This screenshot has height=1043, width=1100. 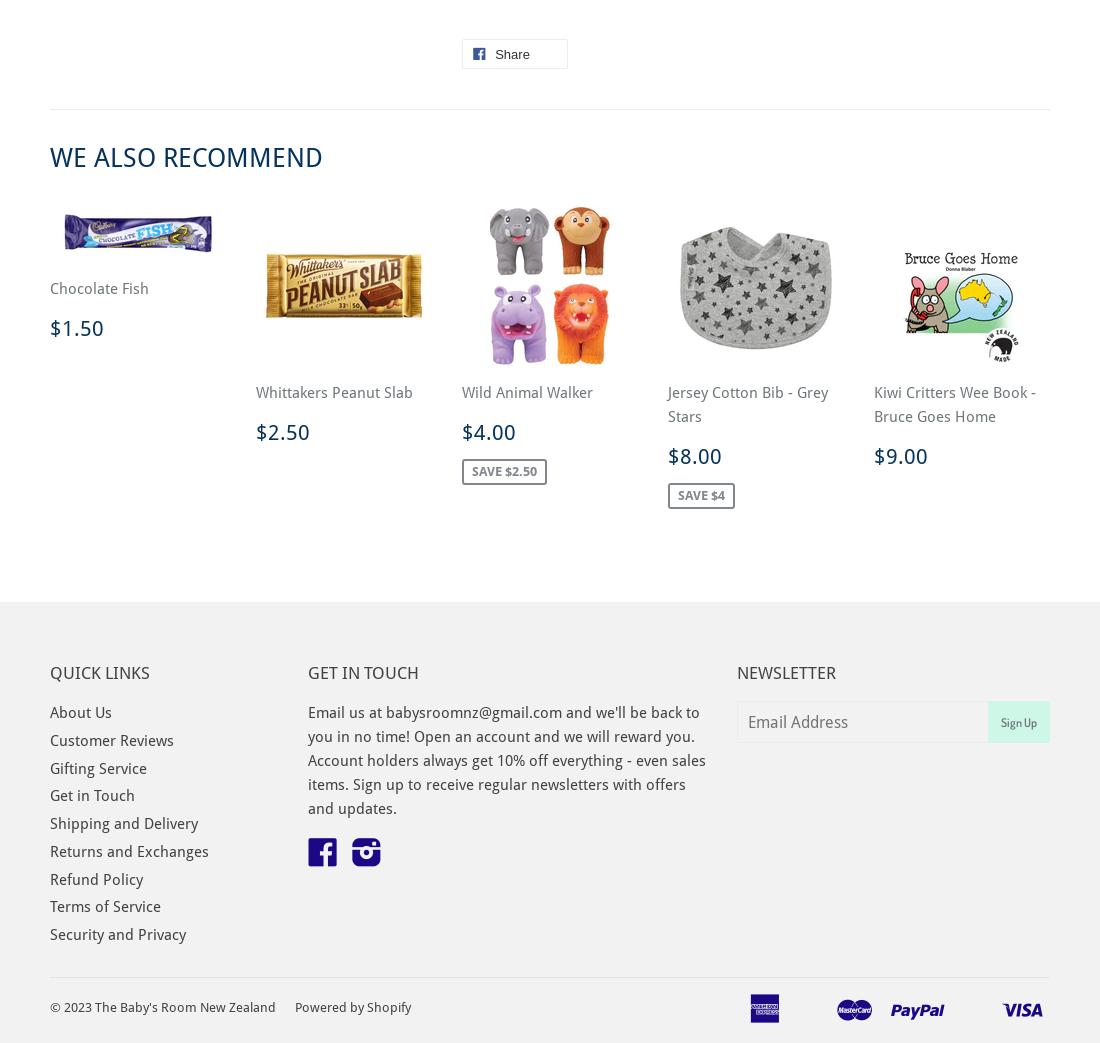 What do you see at coordinates (118, 934) in the screenshot?
I see `'Security and Privacy'` at bounding box center [118, 934].